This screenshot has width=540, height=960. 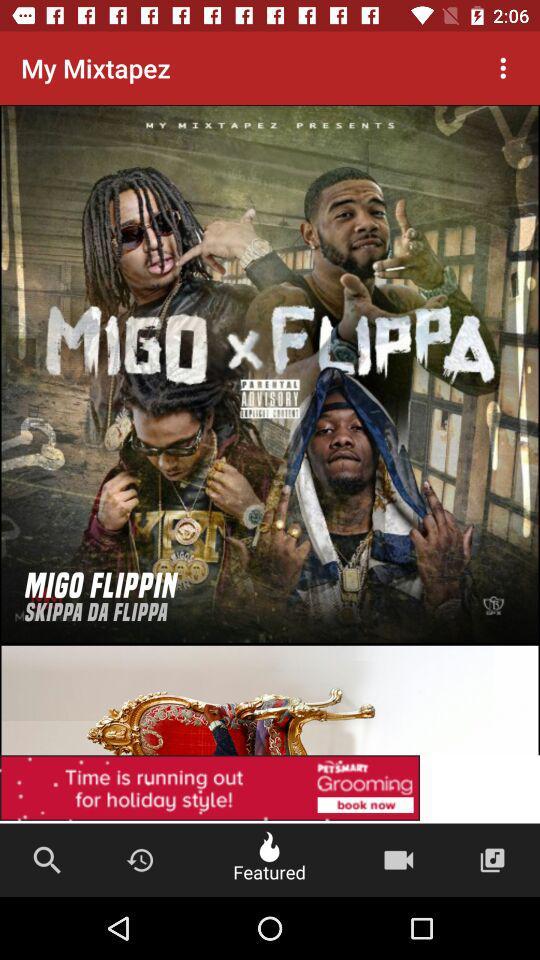 What do you see at coordinates (502, 68) in the screenshot?
I see `icon at the top right corner` at bounding box center [502, 68].